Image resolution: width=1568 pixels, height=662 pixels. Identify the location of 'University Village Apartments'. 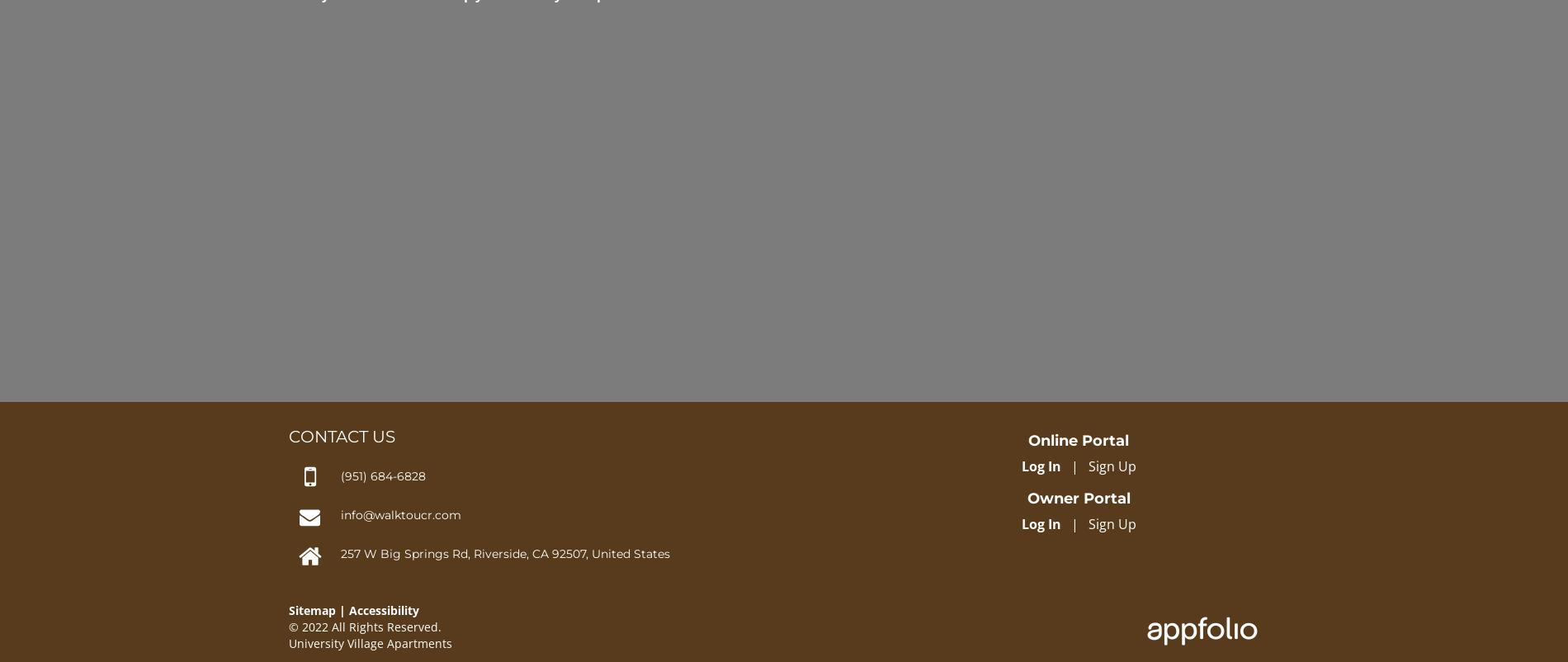
(287, 642).